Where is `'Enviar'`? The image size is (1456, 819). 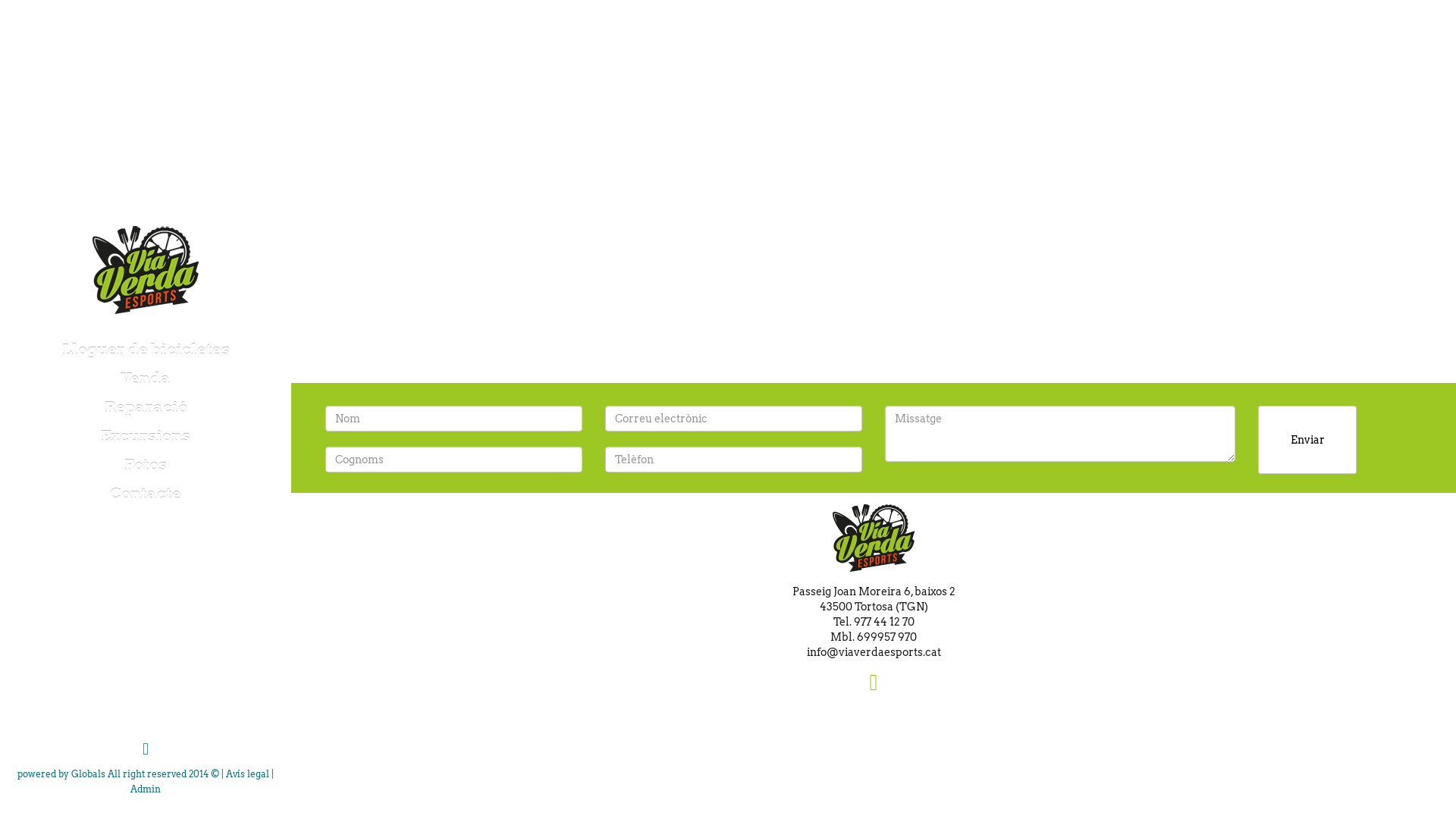 'Enviar' is located at coordinates (1306, 439).